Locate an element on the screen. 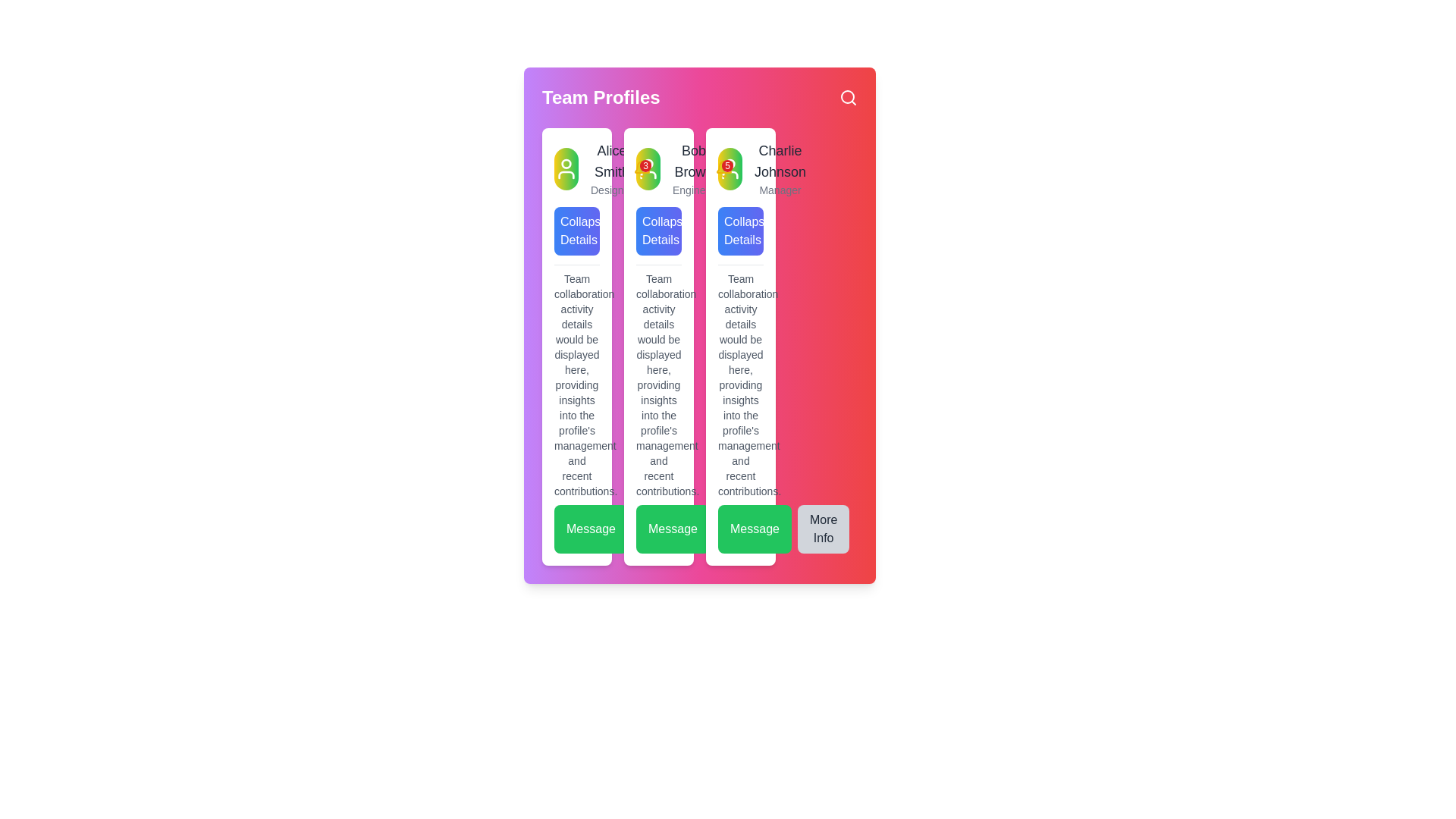 This screenshot has width=1456, height=819. text displayed for the profile name 'Alice Smith' and their role 'Designer' in the 'Team Profiles' section, located in the first column under the profile picture icon is located at coordinates (611, 169).